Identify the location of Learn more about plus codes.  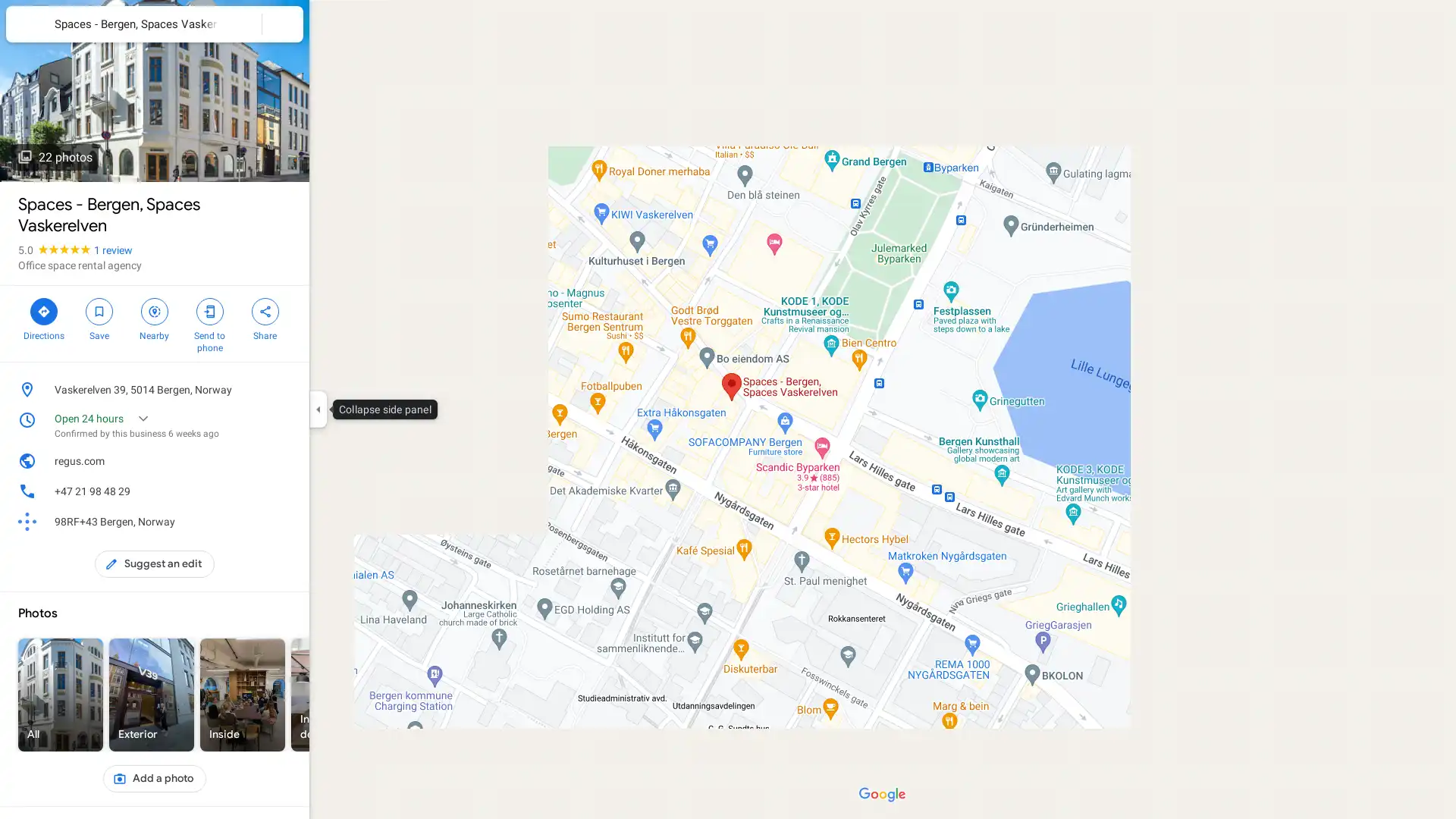
(284, 520).